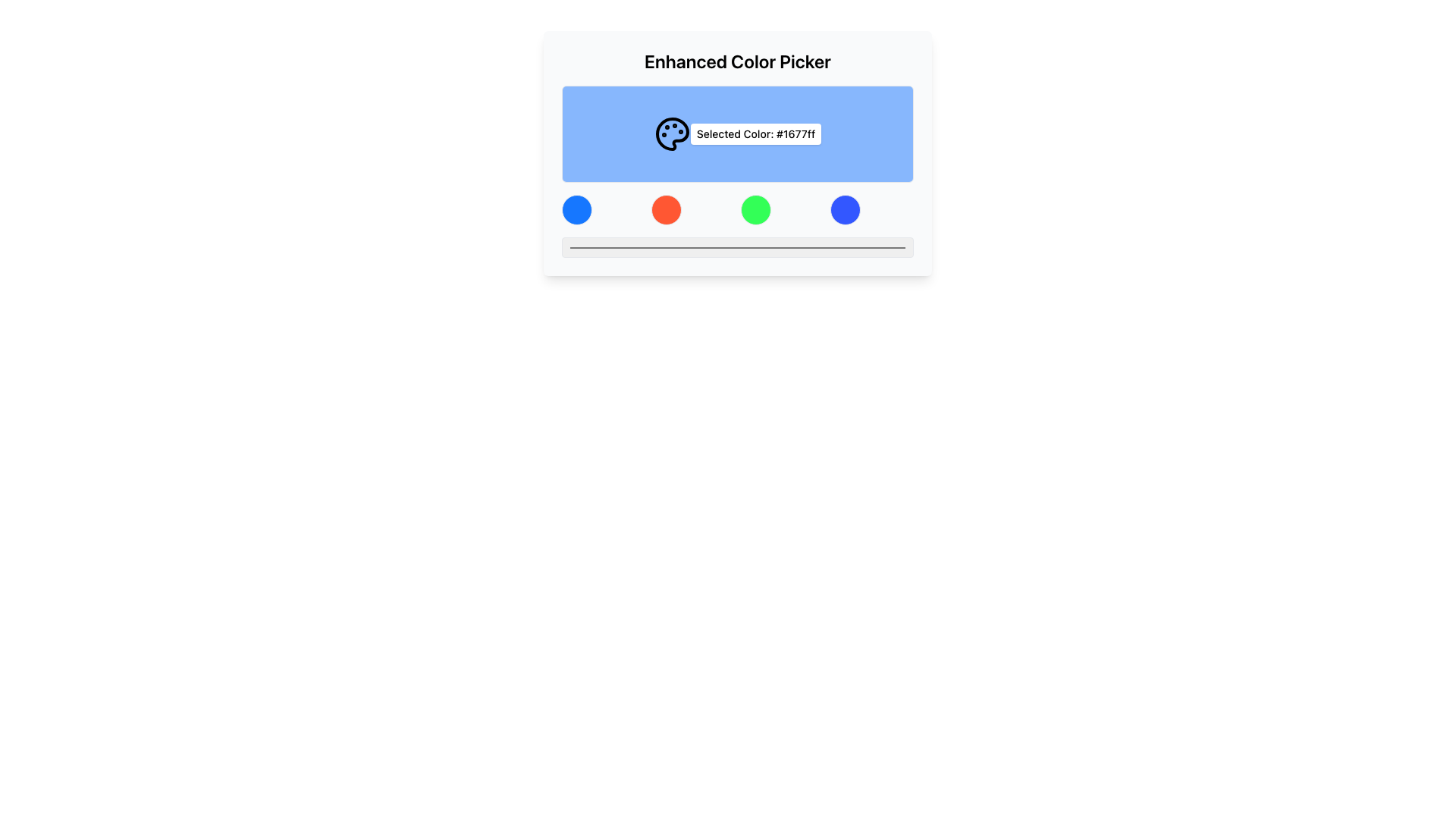  What do you see at coordinates (712, 246) in the screenshot?
I see `the slider` at bounding box center [712, 246].